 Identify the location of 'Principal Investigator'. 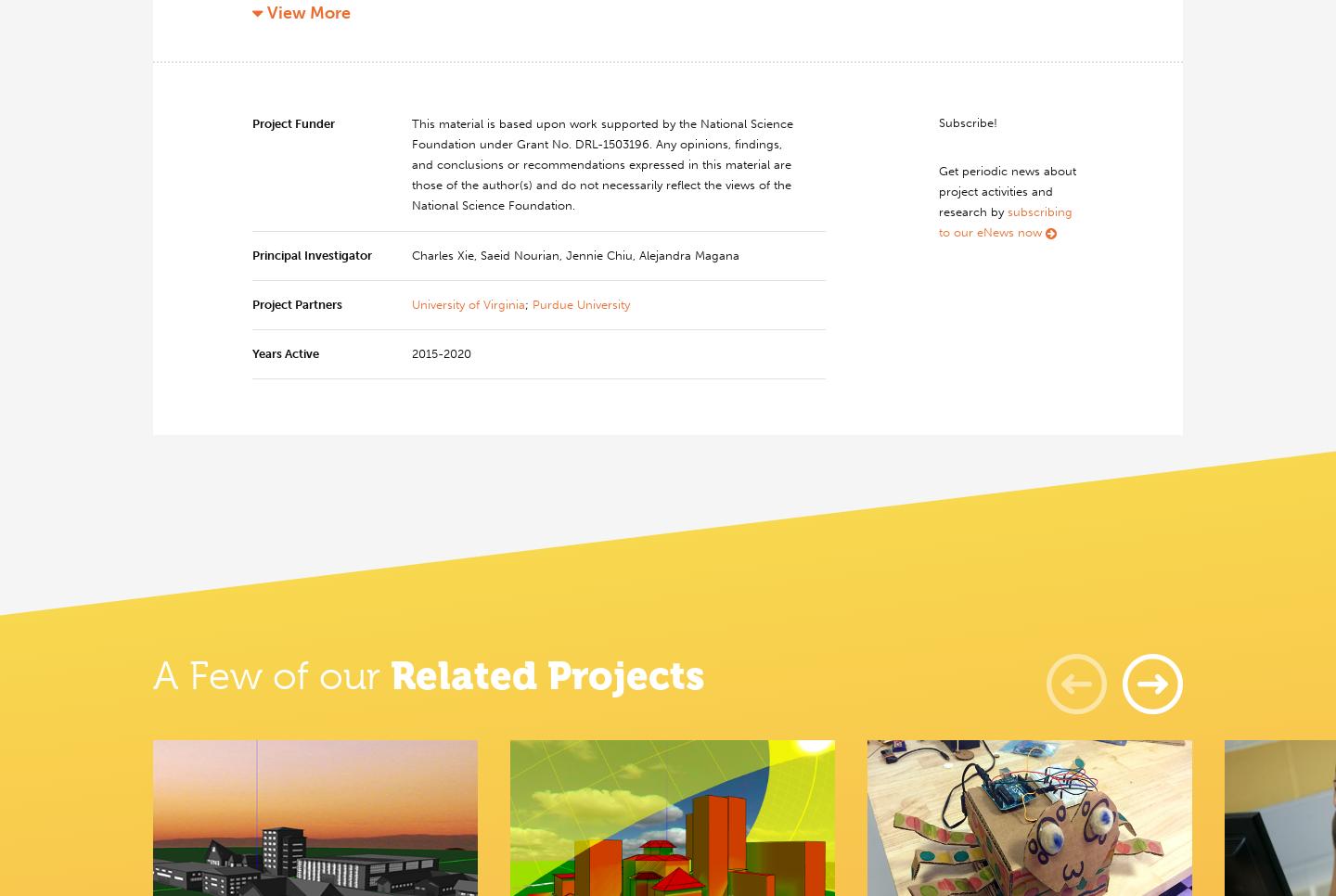
(312, 254).